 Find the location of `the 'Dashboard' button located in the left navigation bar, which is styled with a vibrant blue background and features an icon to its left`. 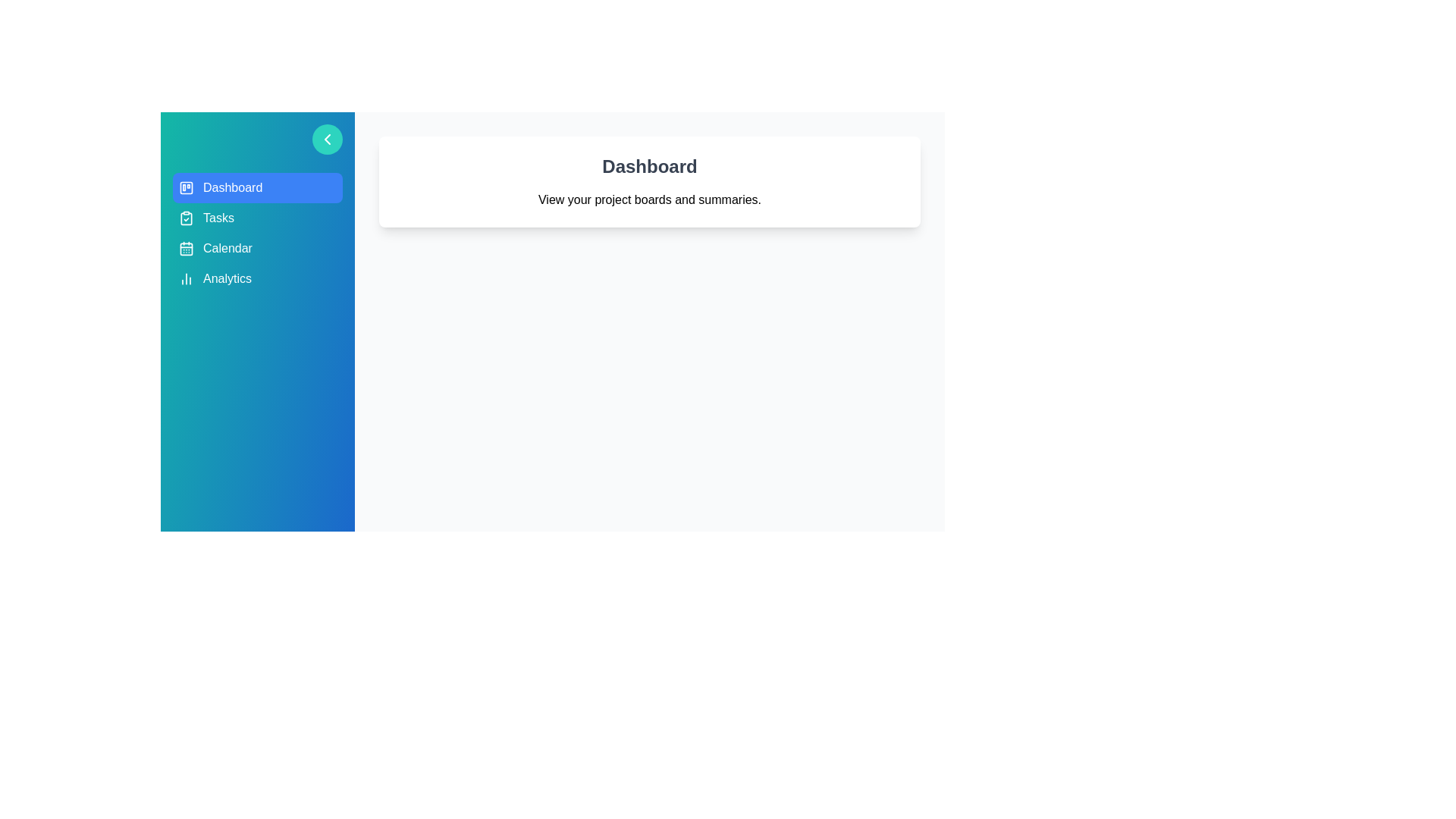

the 'Dashboard' button located in the left navigation bar, which is styled with a vibrant blue background and features an icon to its left is located at coordinates (232, 187).